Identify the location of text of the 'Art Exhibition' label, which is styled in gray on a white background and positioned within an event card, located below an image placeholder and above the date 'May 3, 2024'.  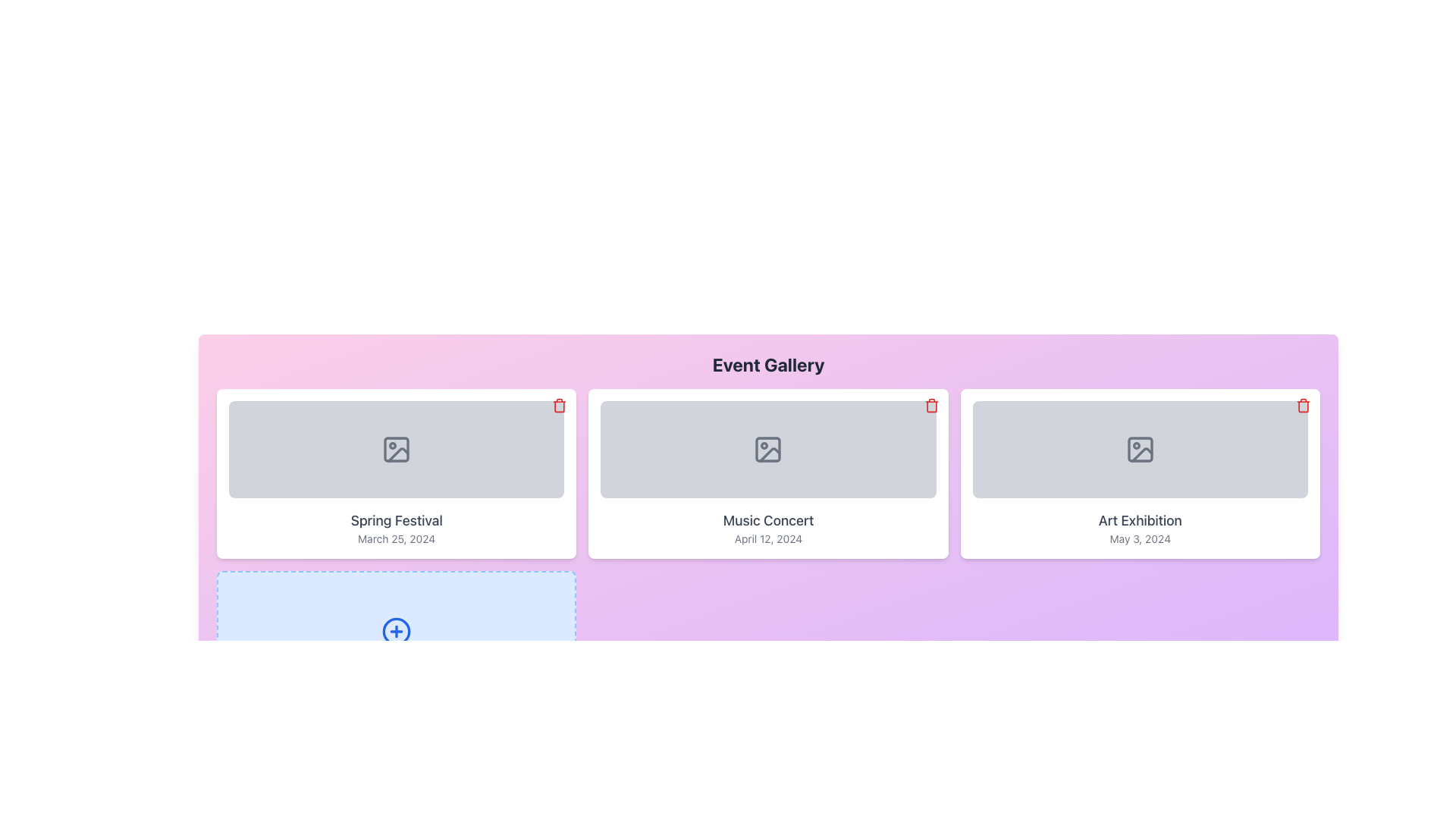
(1140, 519).